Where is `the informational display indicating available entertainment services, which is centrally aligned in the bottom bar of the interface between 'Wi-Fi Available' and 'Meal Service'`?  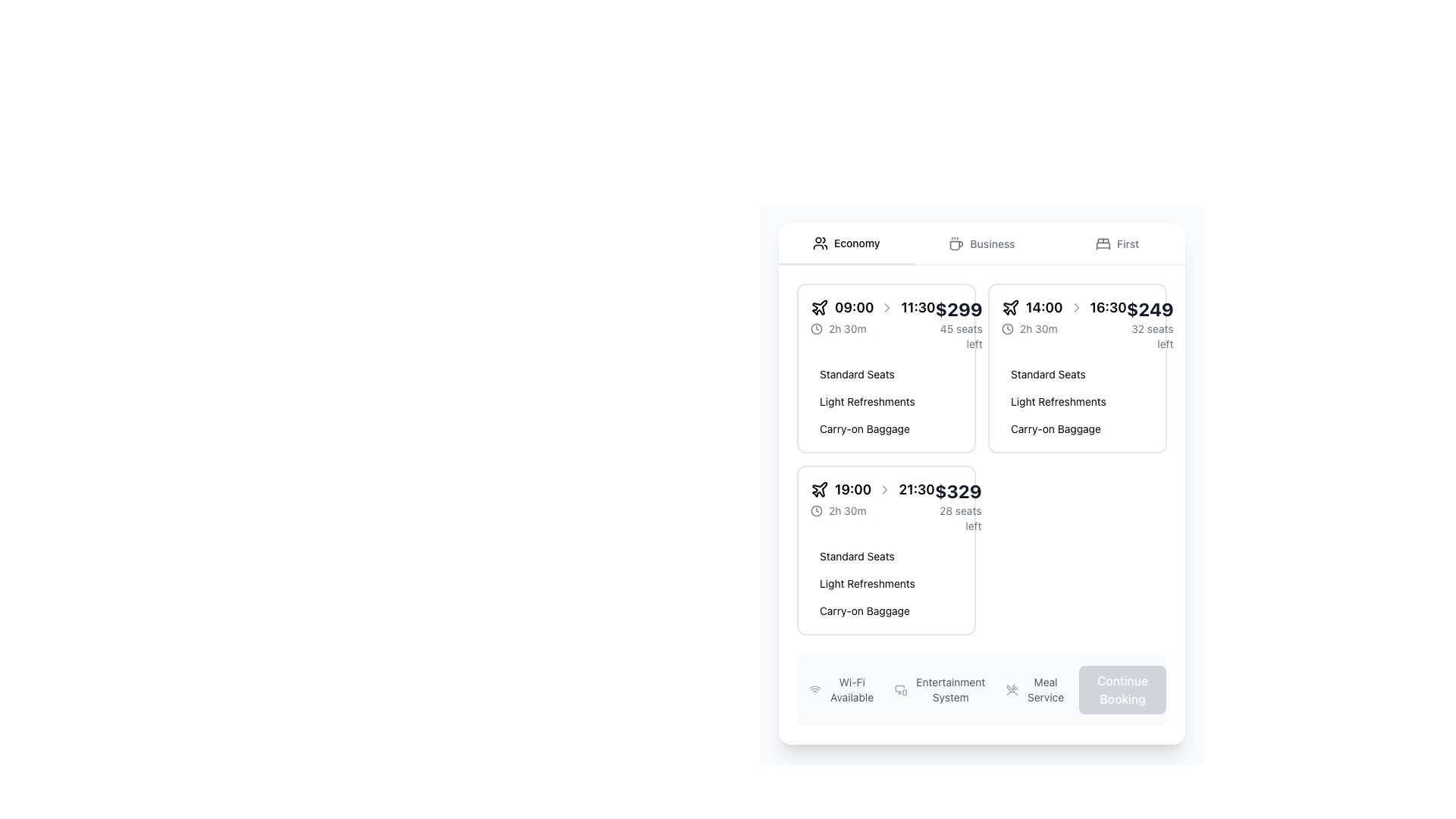
the informational display indicating available entertainment services, which is centrally aligned in the bottom bar of the interface between 'Wi-Fi Available' and 'Meal Service' is located at coordinates (940, 690).